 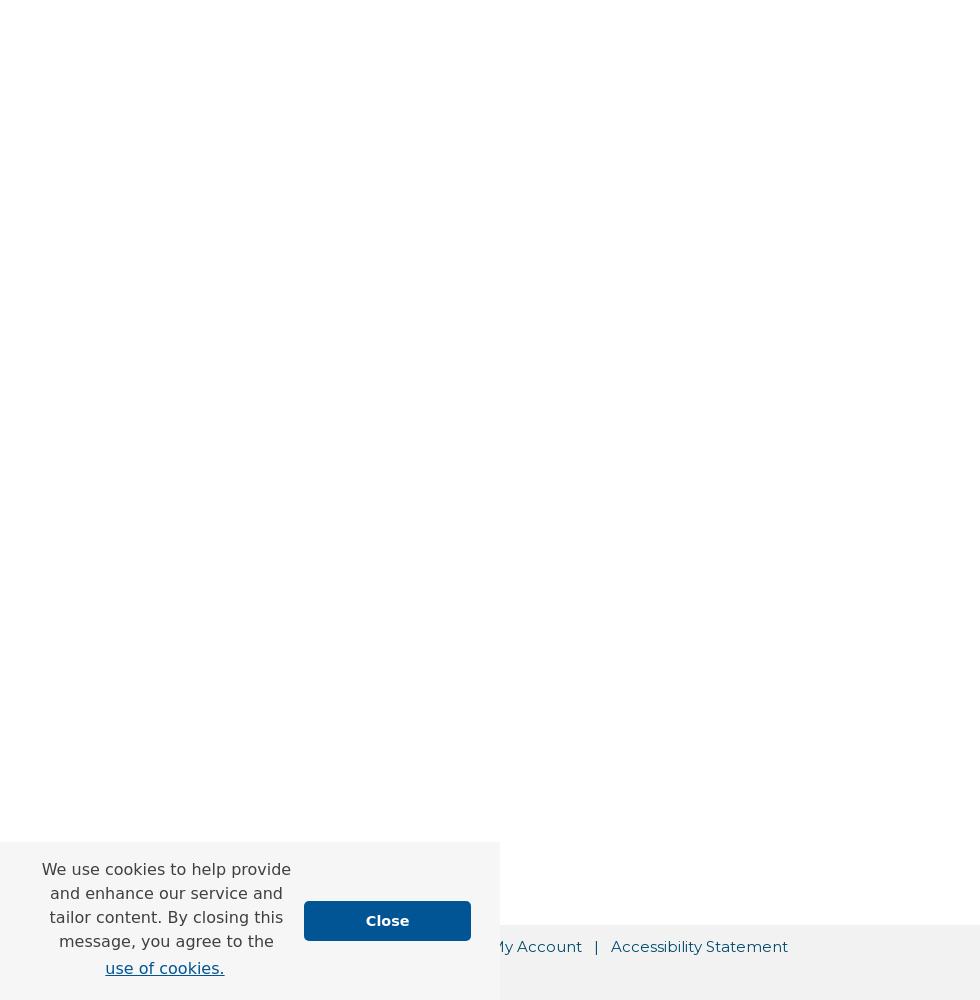 I want to click on 'FAQ', so click(x=444, y=945).